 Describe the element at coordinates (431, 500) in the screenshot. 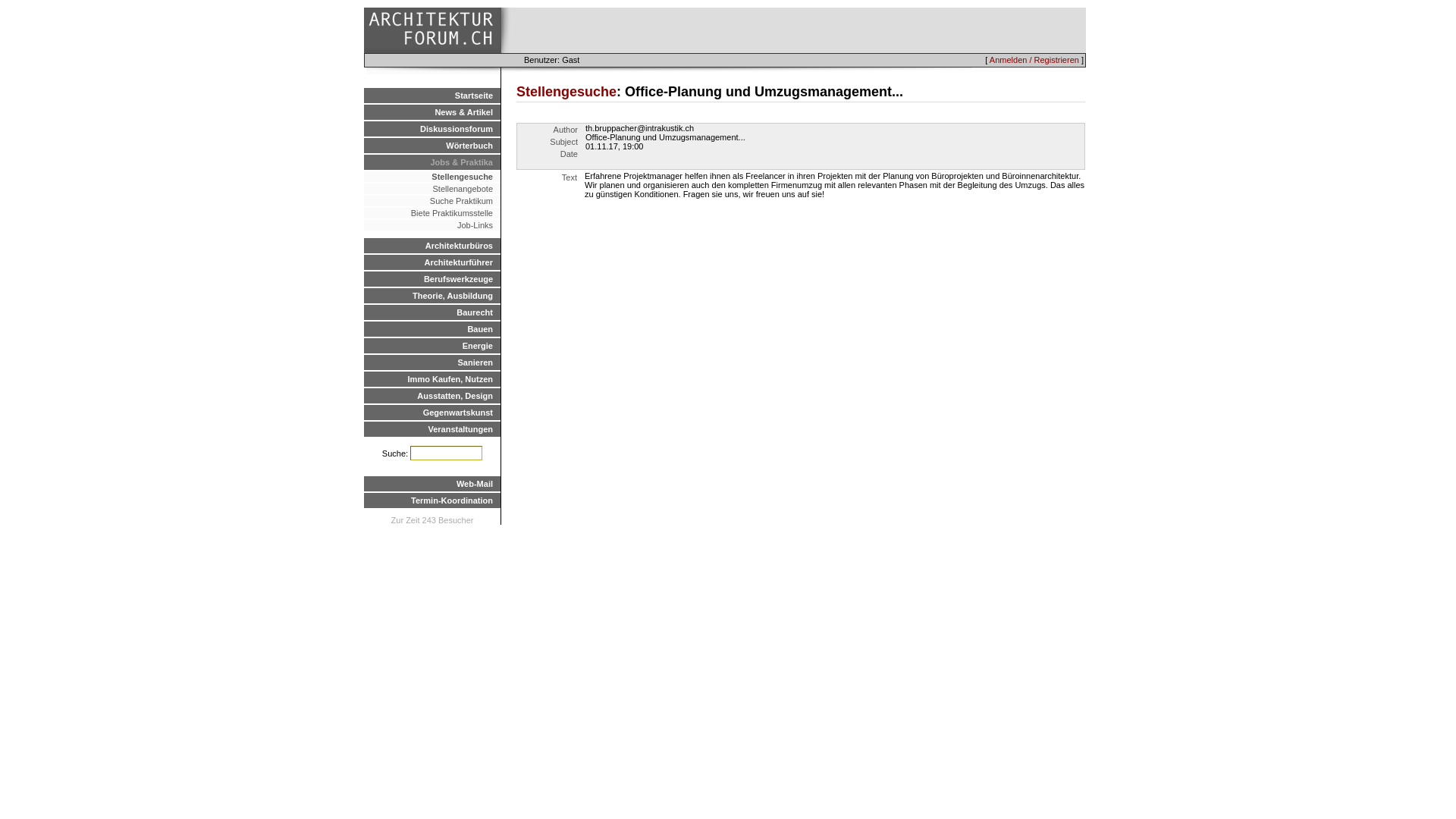

I see `'Termin-Koordination'` at that location.